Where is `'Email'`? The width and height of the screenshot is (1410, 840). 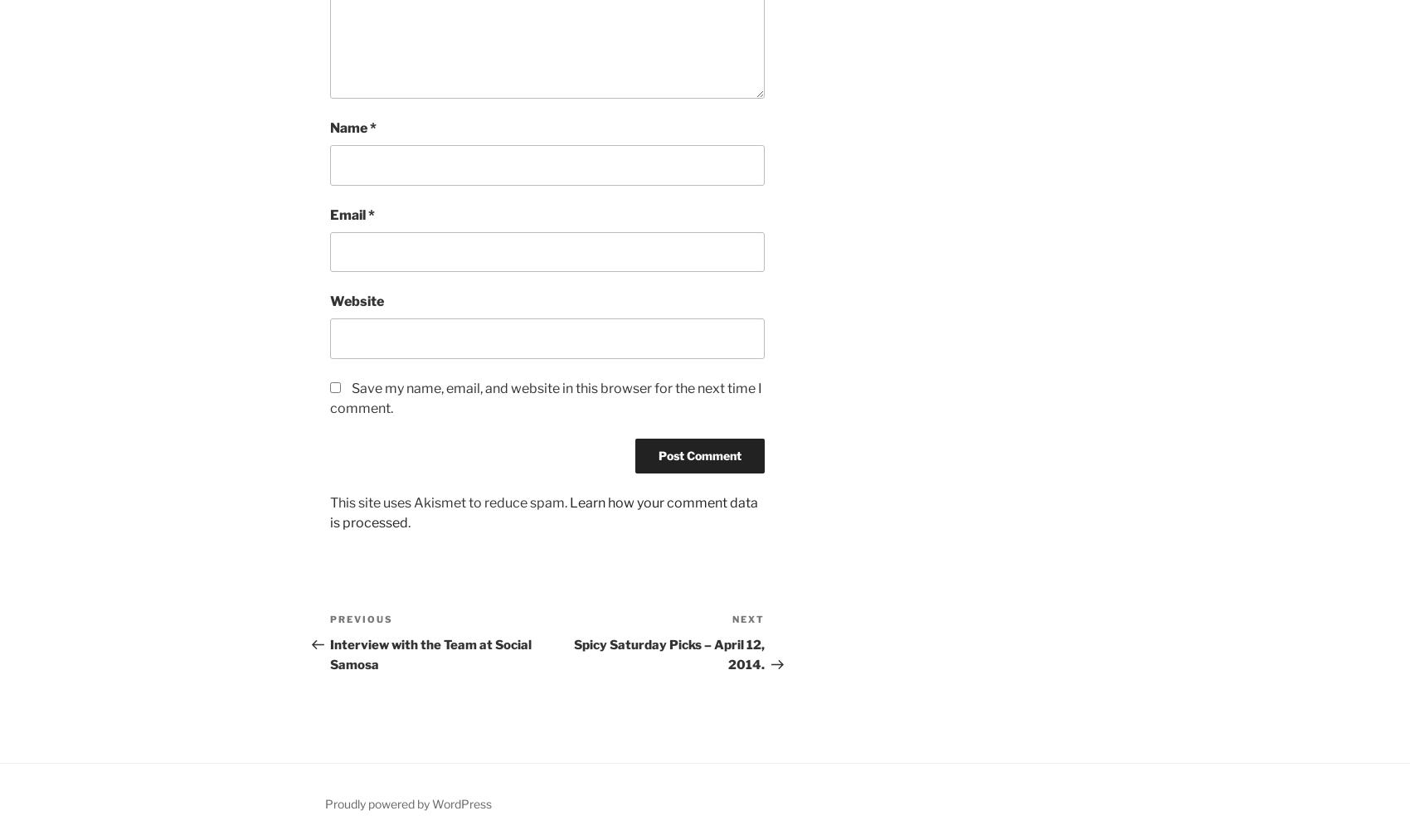 'Email' is located at coordinates (348, 213).